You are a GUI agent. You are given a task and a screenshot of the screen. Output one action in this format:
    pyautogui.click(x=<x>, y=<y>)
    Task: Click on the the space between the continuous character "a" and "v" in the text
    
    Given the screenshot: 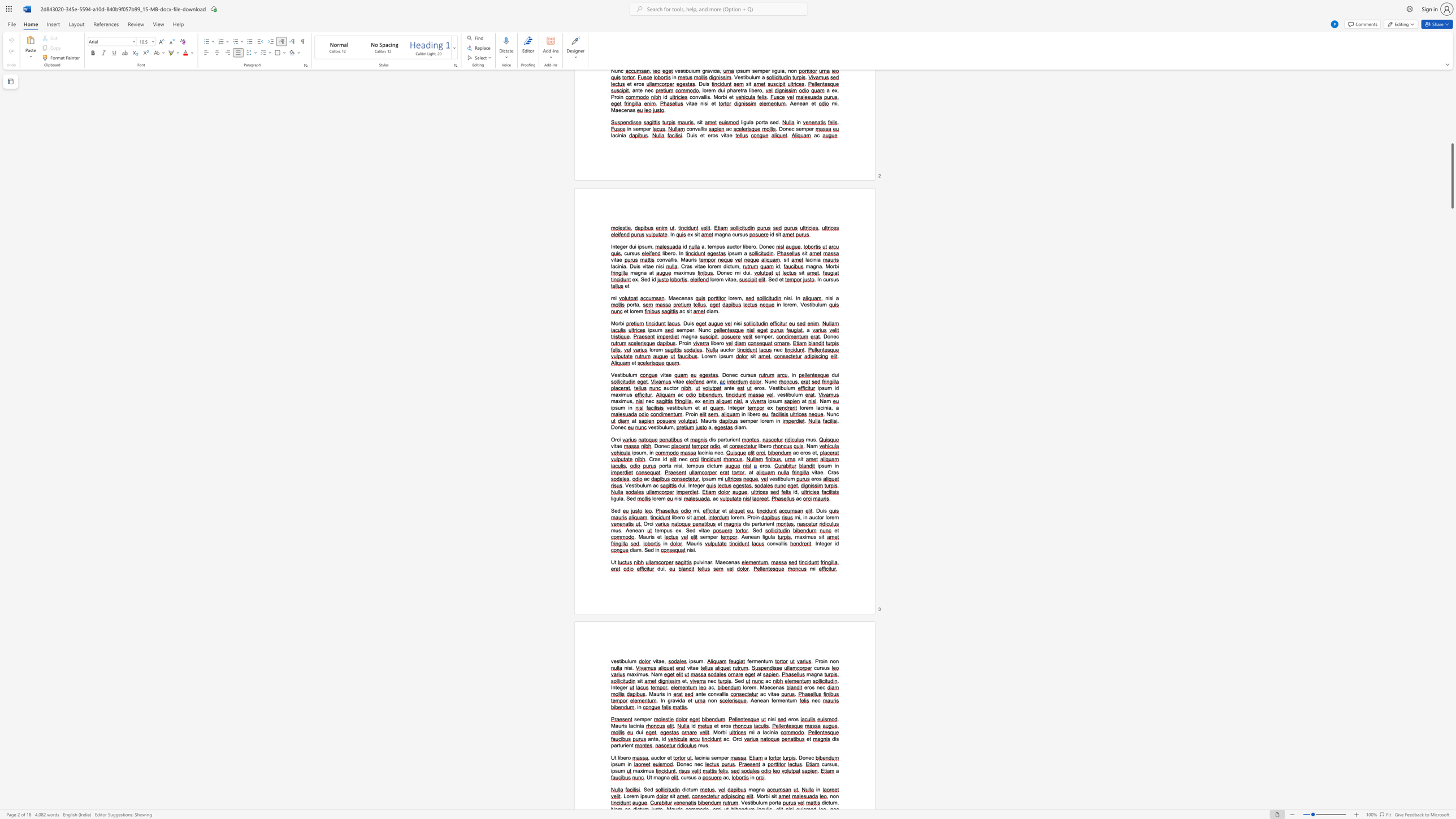 What is the action you would take?
    pyautogui.click(x=674, y=700)
    